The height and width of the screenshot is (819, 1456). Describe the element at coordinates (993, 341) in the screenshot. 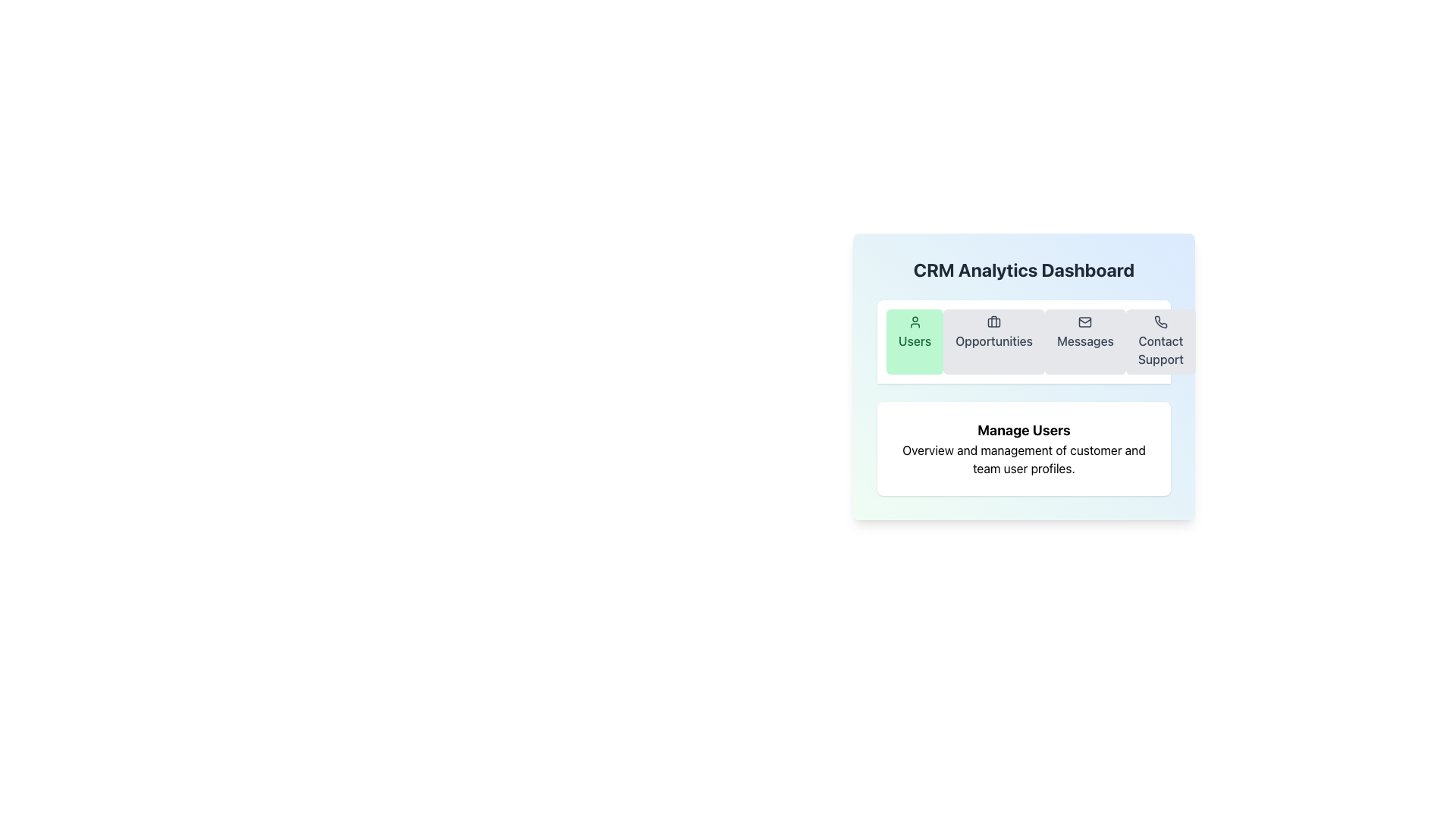

I see `the text label displaying 'Opportunities' located within the second button from the left in the horizontal navigation bar, which has a gray background and is emphasized by its styling` at that location.